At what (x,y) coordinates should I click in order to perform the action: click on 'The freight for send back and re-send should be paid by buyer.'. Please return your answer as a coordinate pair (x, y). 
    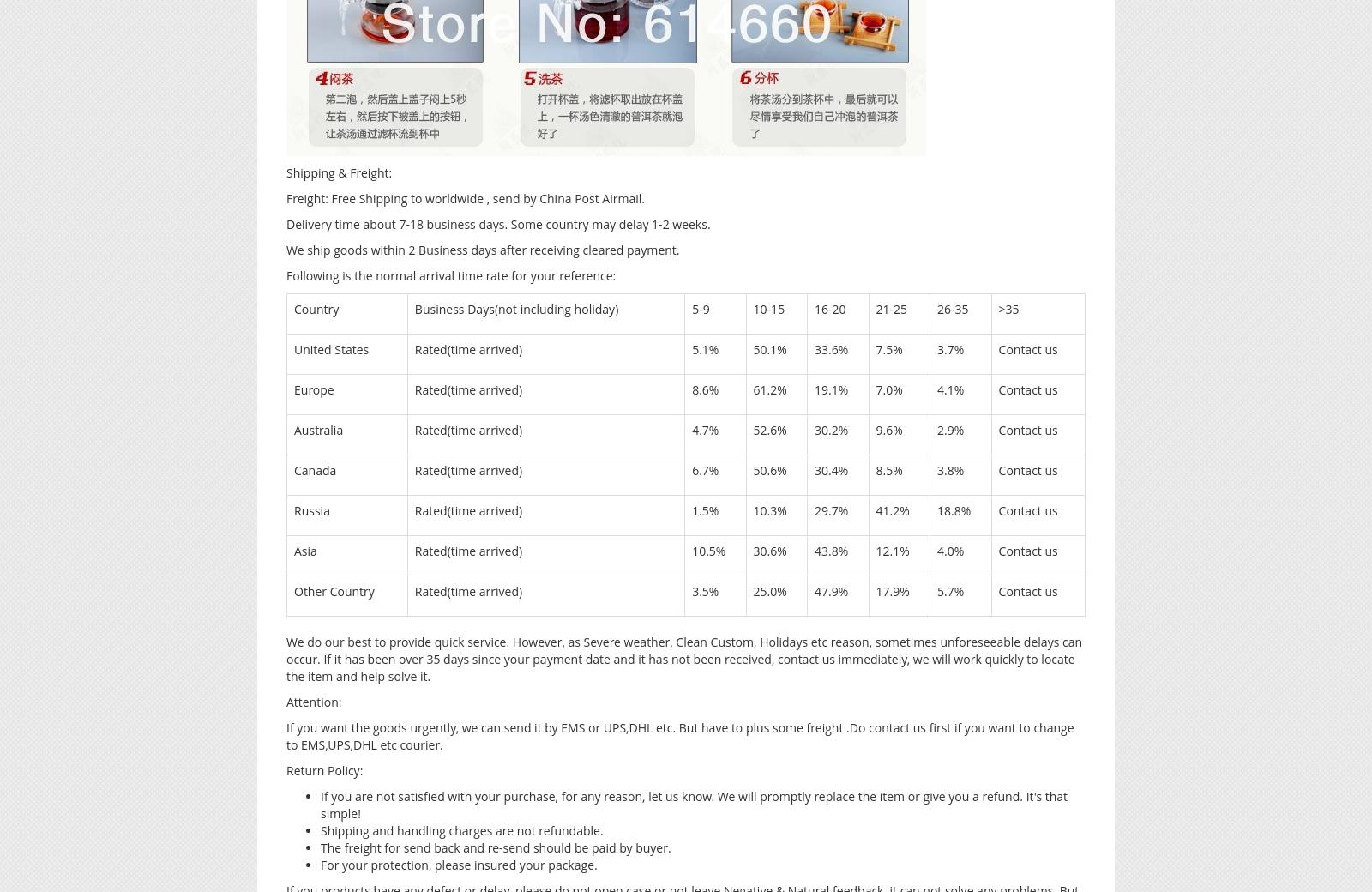
    Looking at the image, I should click on (321, 847).